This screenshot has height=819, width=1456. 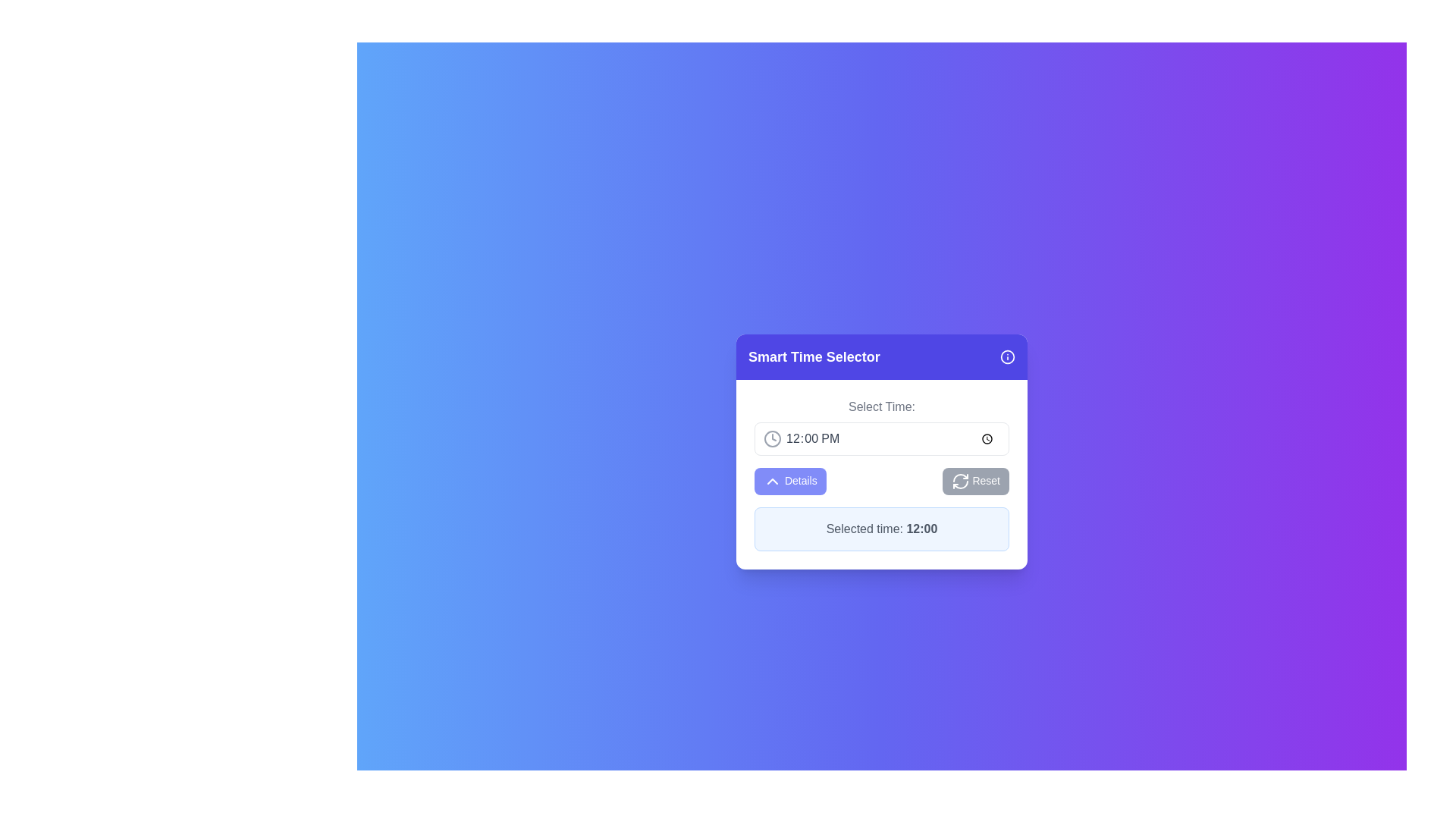 What do you see at coordinates (772, 438) in the screenshot?
I see `the gray circular element that serves as the outline of the clock icon, which is centered within the clock illustration to the right of the '12:00 PM' time selection input field` at bounding box center [772, 438].